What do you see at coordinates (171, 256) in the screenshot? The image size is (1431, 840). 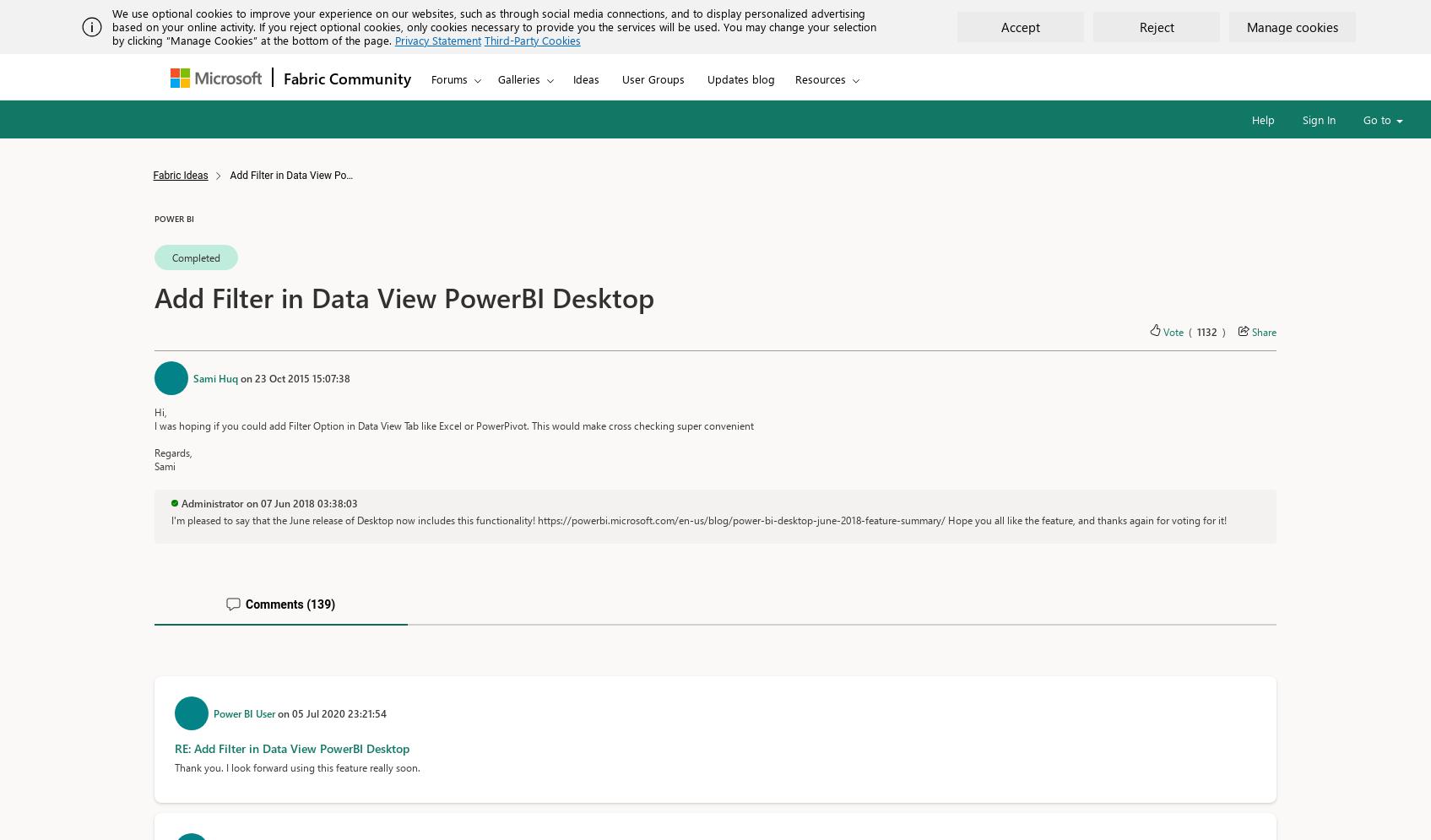 I see `'Completed'` at bounding box center [171, 256].